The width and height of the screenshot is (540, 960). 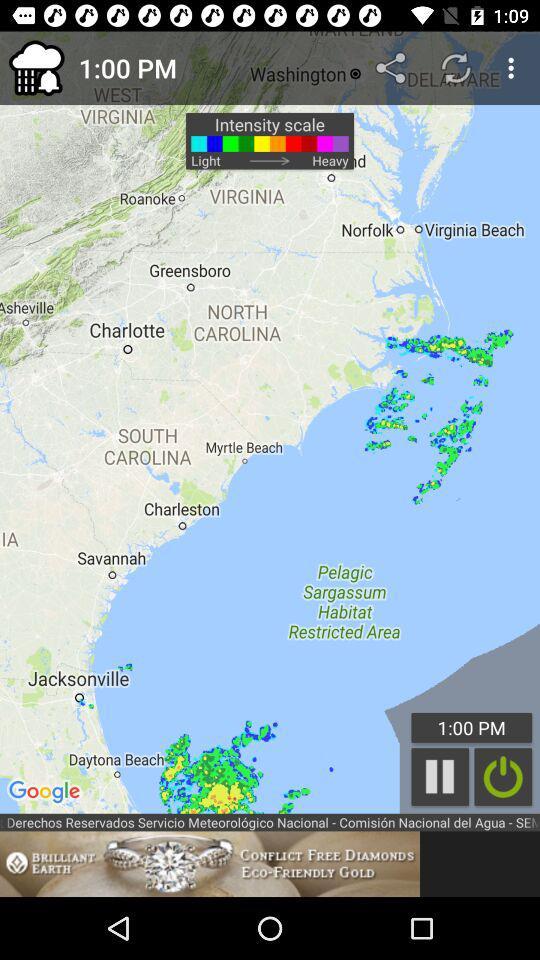 What do you see at coordinates (440, 776) in the screenshot?
I see `icon below 1:00 pm icon` at bounding box center [440, 776].